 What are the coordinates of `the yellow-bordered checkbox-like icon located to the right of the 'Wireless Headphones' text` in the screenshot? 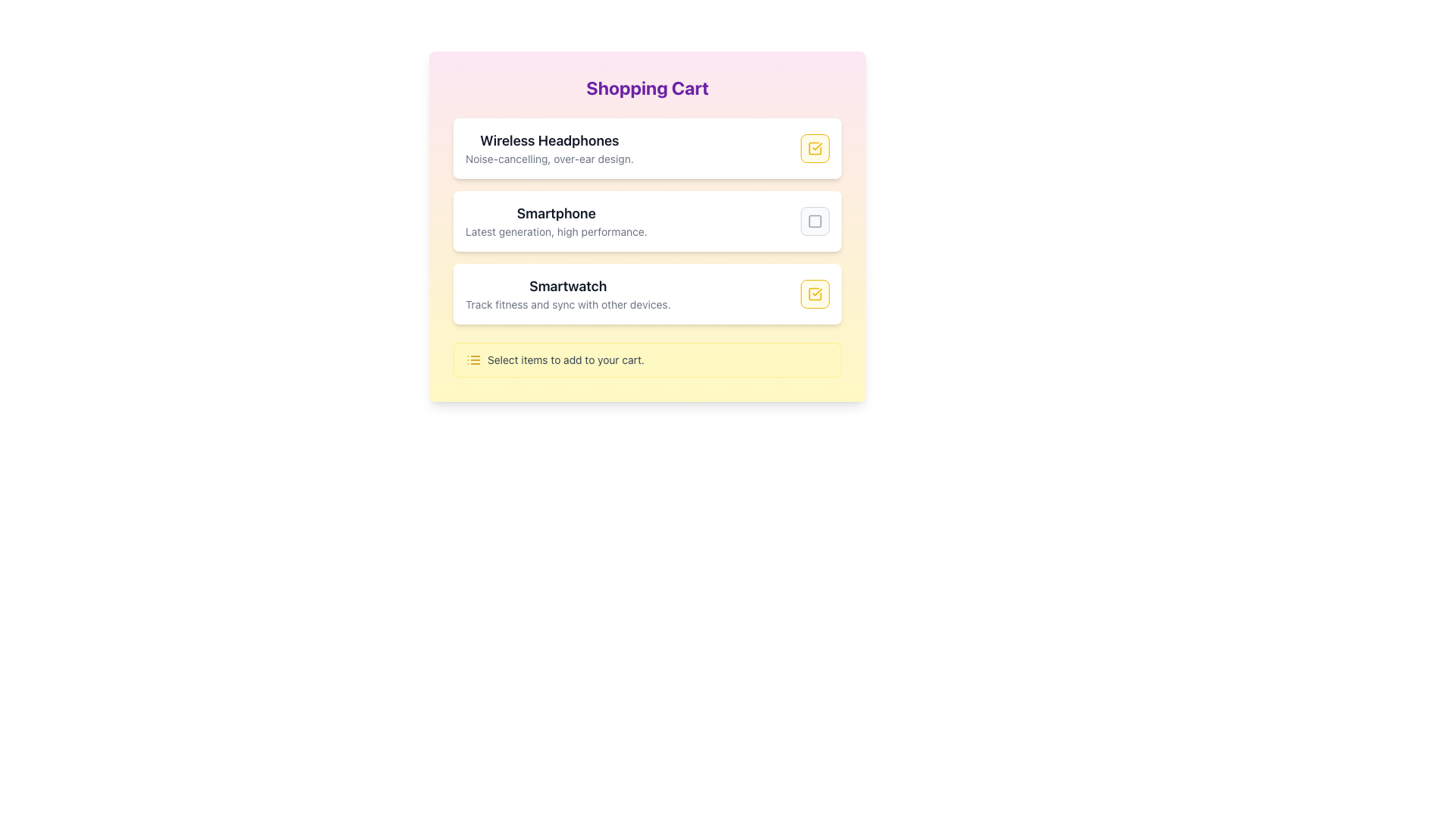 It's located at (814, 149).